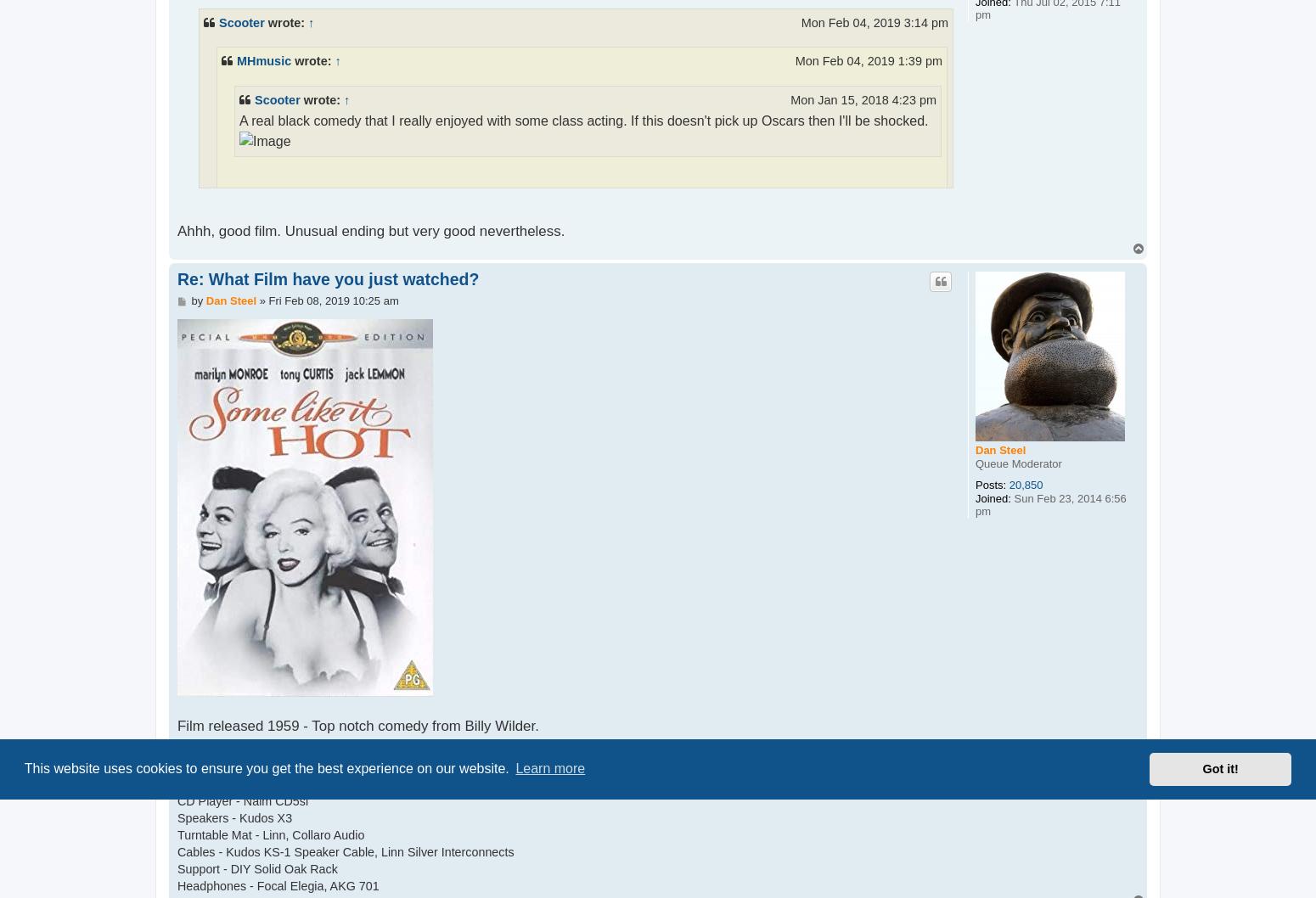 The height and width of the screenshot is (898, 1316). I want to click on 'MHmusic', so click(237, 61).